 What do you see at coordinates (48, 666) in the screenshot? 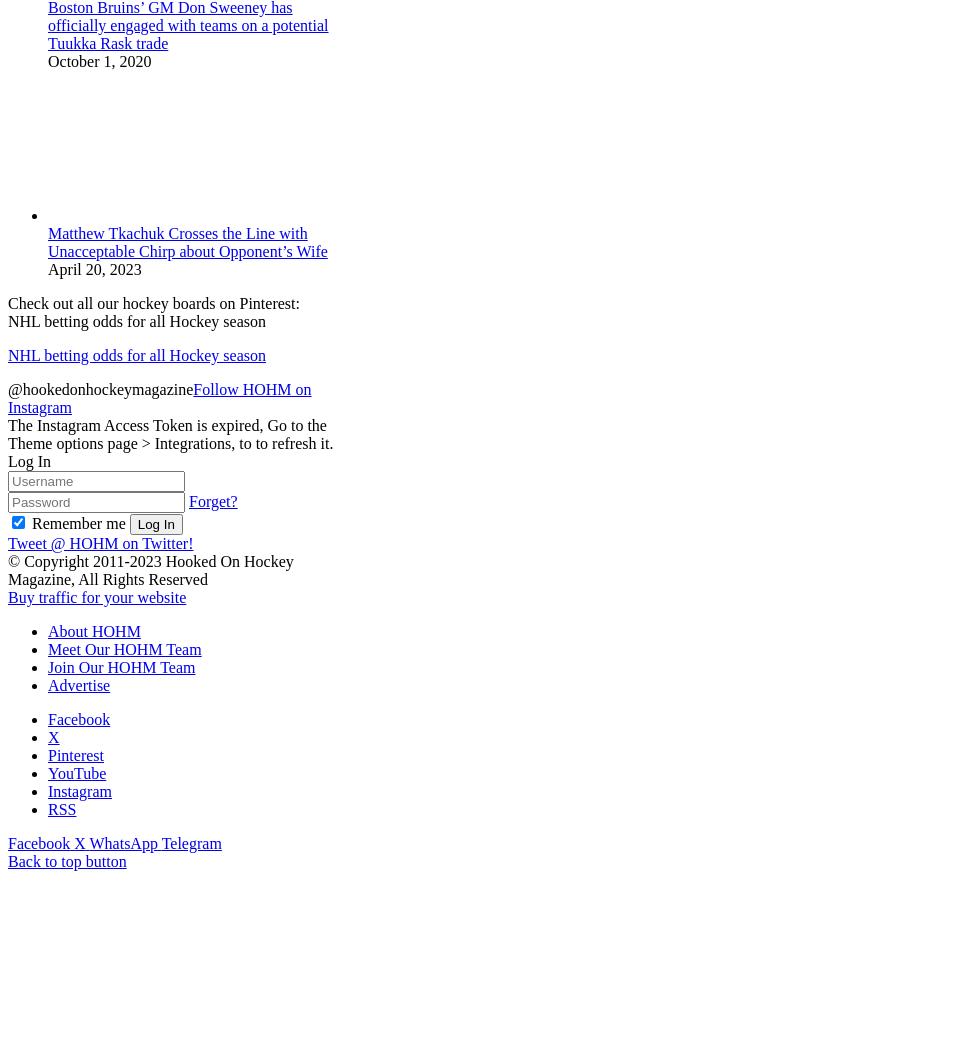
I see `'Join Our HOHM Team'` at bounding box center [48, 666].